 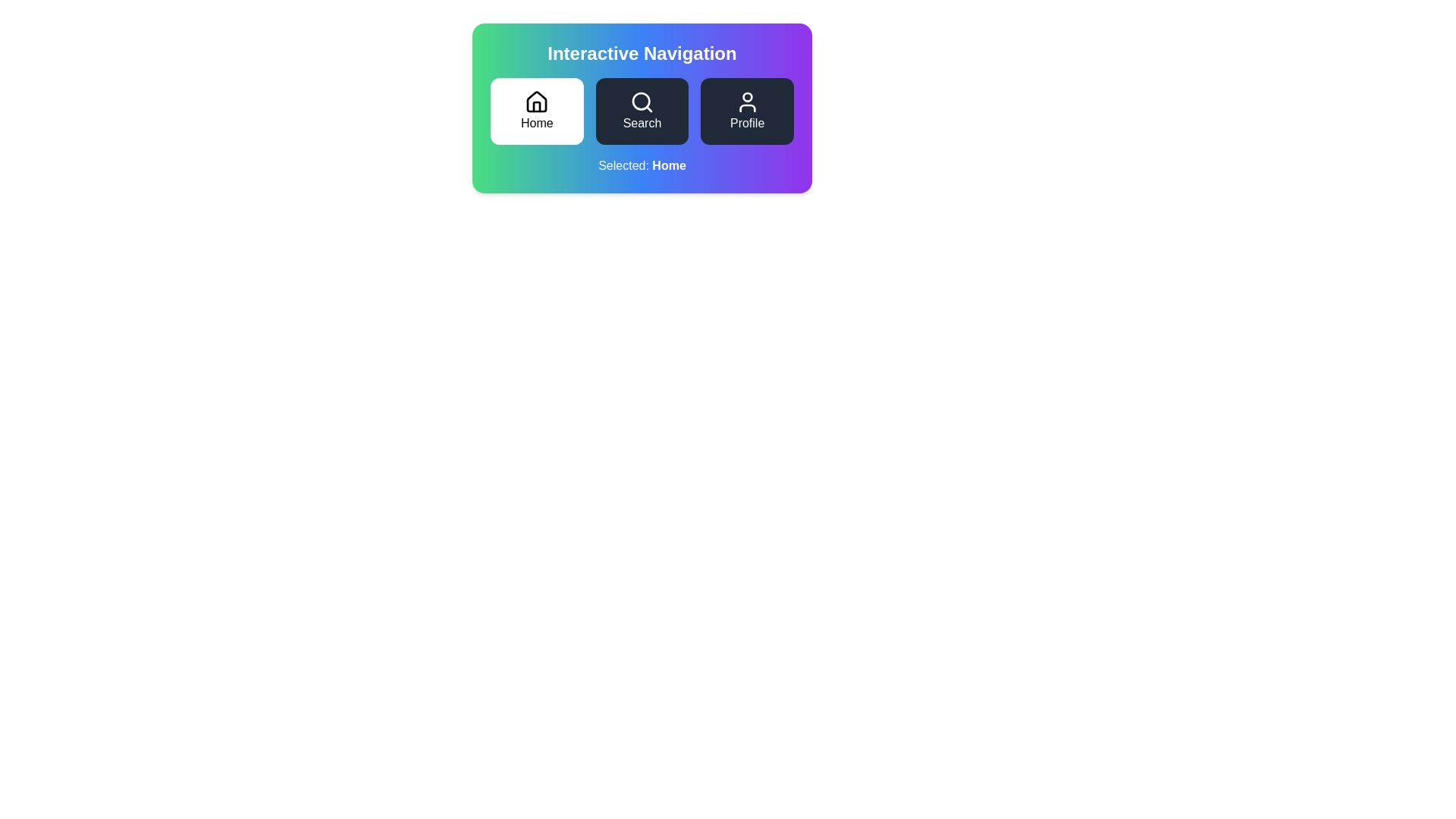 I want to click on the Text Label that displays the currently selected navigation option, positioned below the navigation buttons in the bottom section of the module, so click(x=642, y=166).